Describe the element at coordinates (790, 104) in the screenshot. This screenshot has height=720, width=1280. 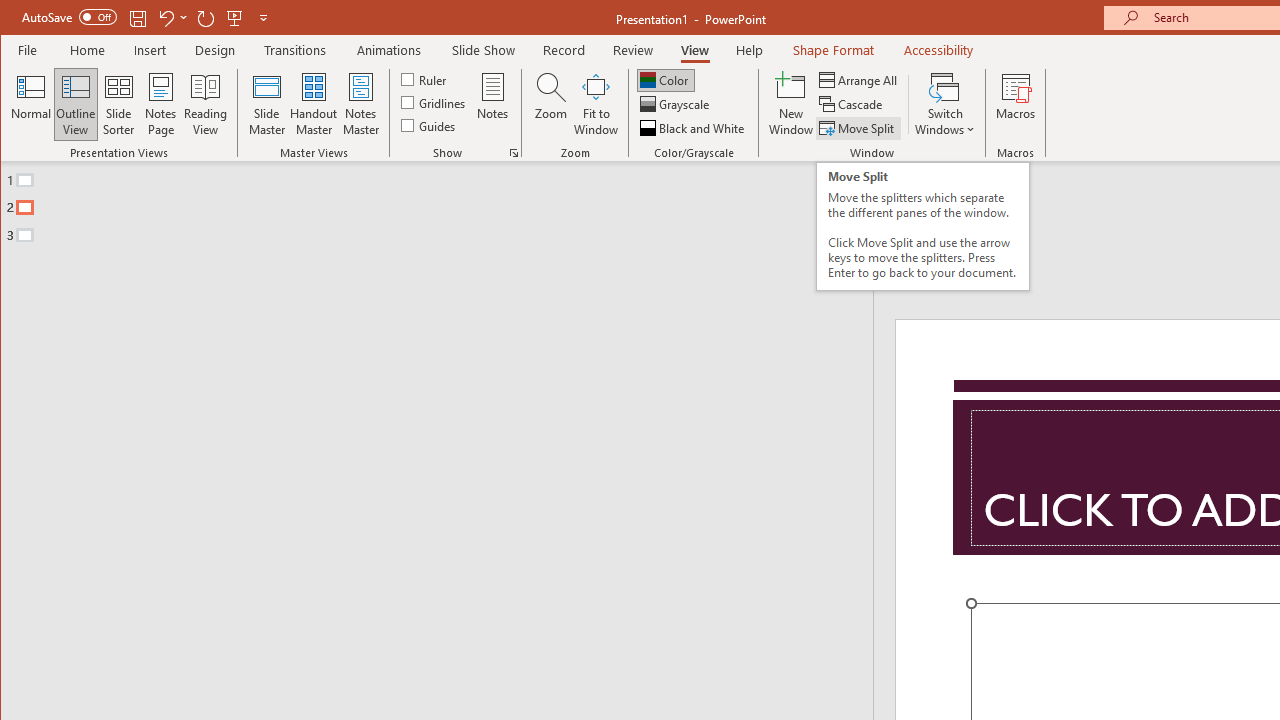
I see `'New Window'` at that location.